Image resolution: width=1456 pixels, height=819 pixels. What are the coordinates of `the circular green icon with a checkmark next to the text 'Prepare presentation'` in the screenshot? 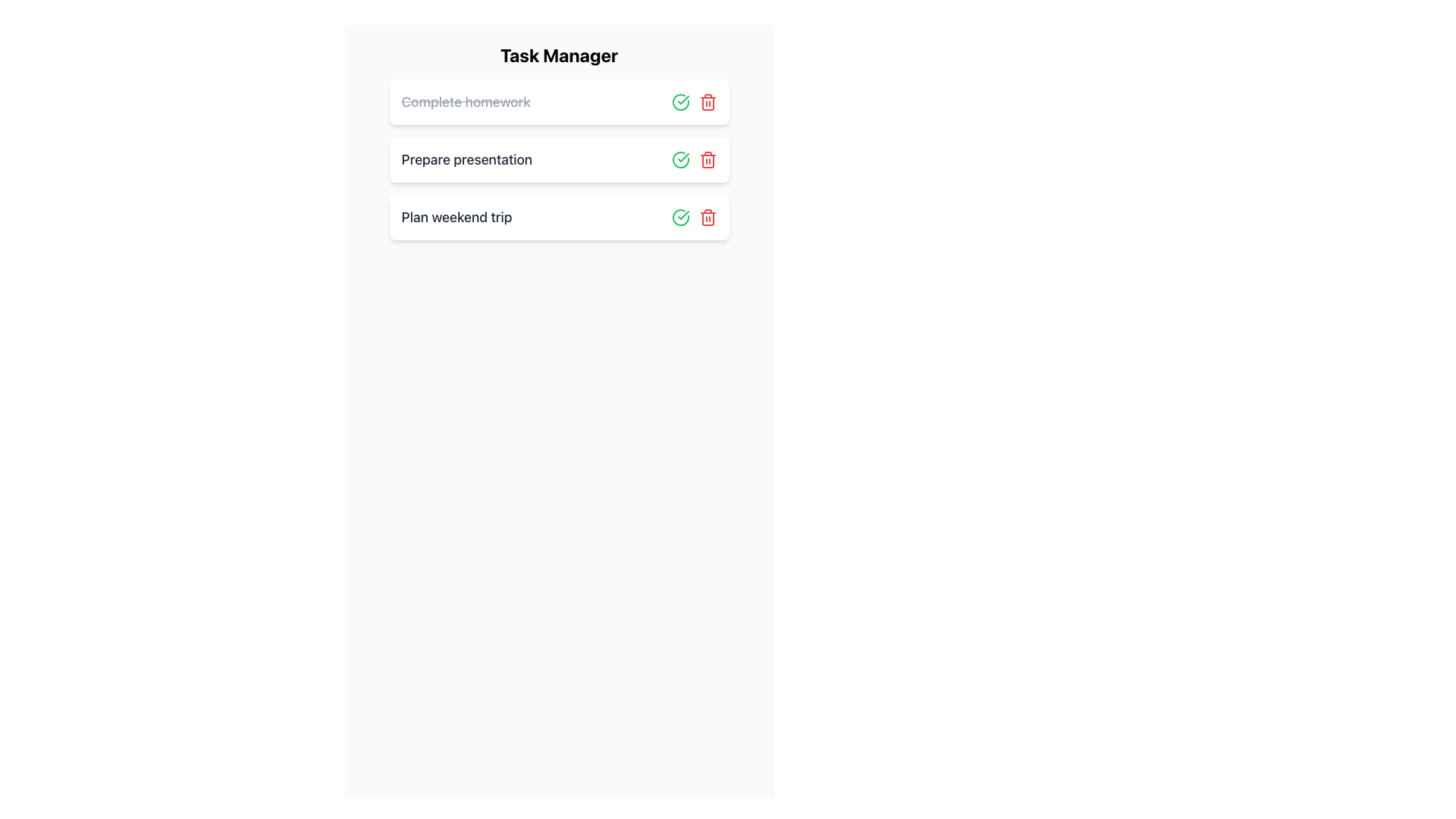 It's located at (679, 217).